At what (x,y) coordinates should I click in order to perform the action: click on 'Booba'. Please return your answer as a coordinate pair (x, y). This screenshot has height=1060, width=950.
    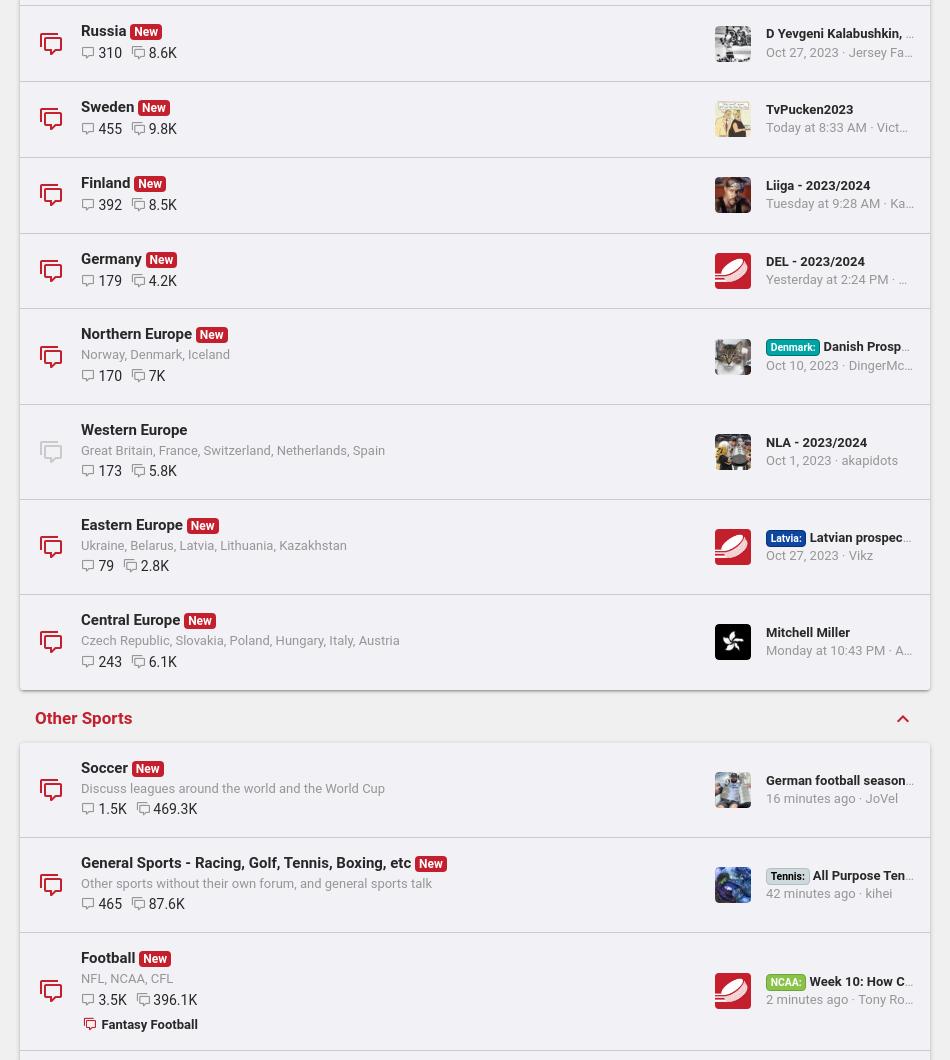
    Looking at the image, I should click on (576, 240).